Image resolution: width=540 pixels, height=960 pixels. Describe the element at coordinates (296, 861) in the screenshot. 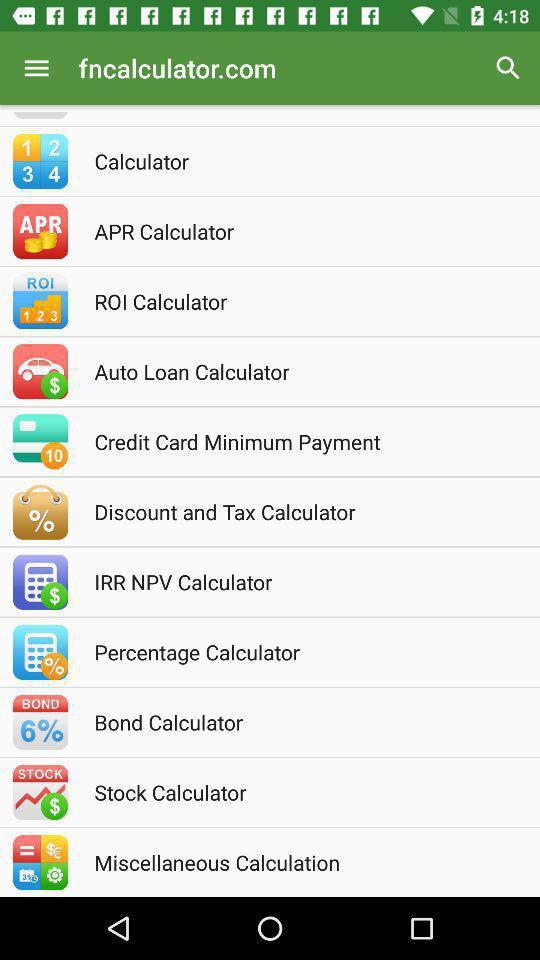

I see `the miscellaneous calculation icon` at that location.